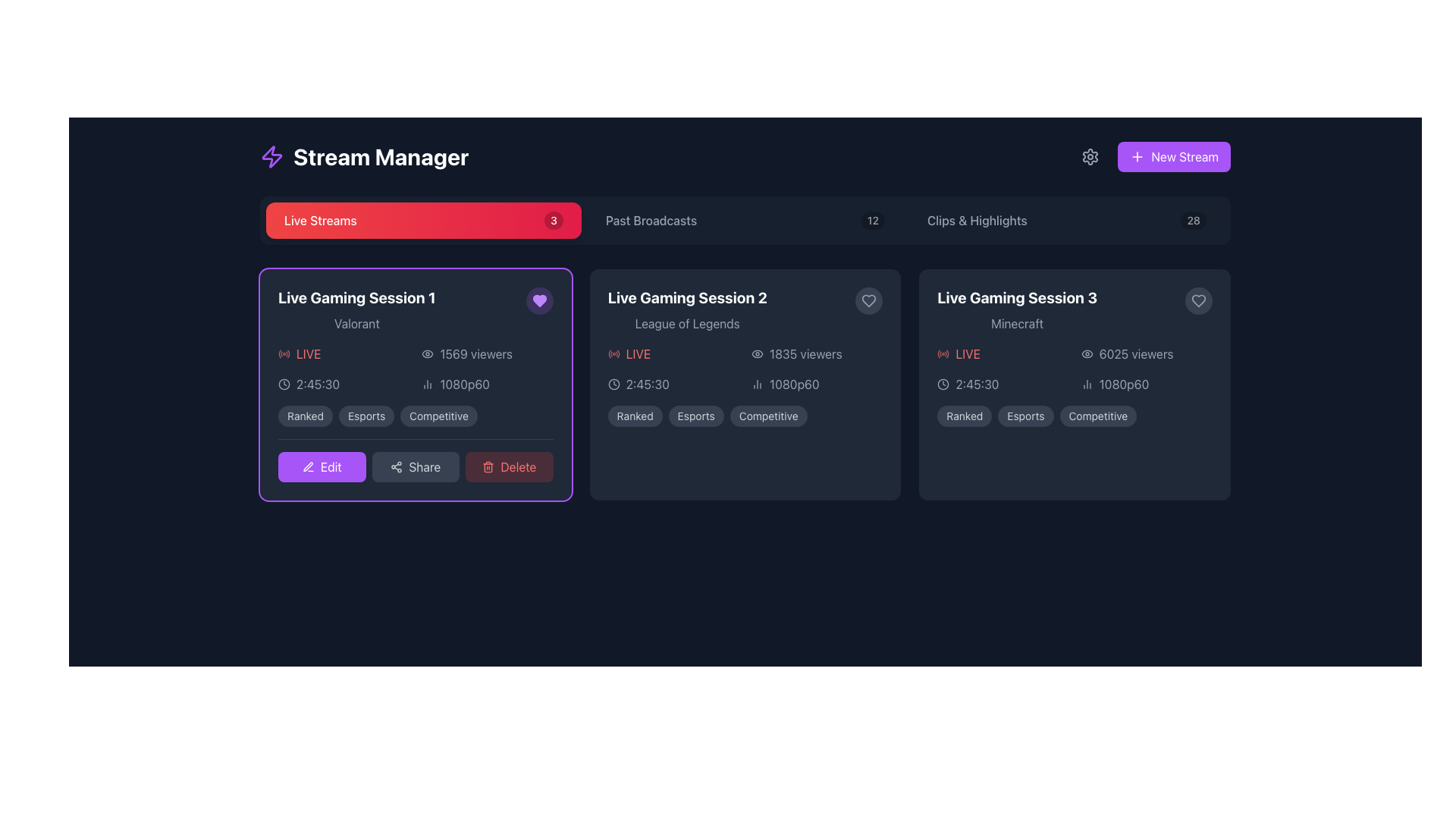  I want to click on the vibrant purple 'Edit' button with a white pen icon, so click(321, 466).